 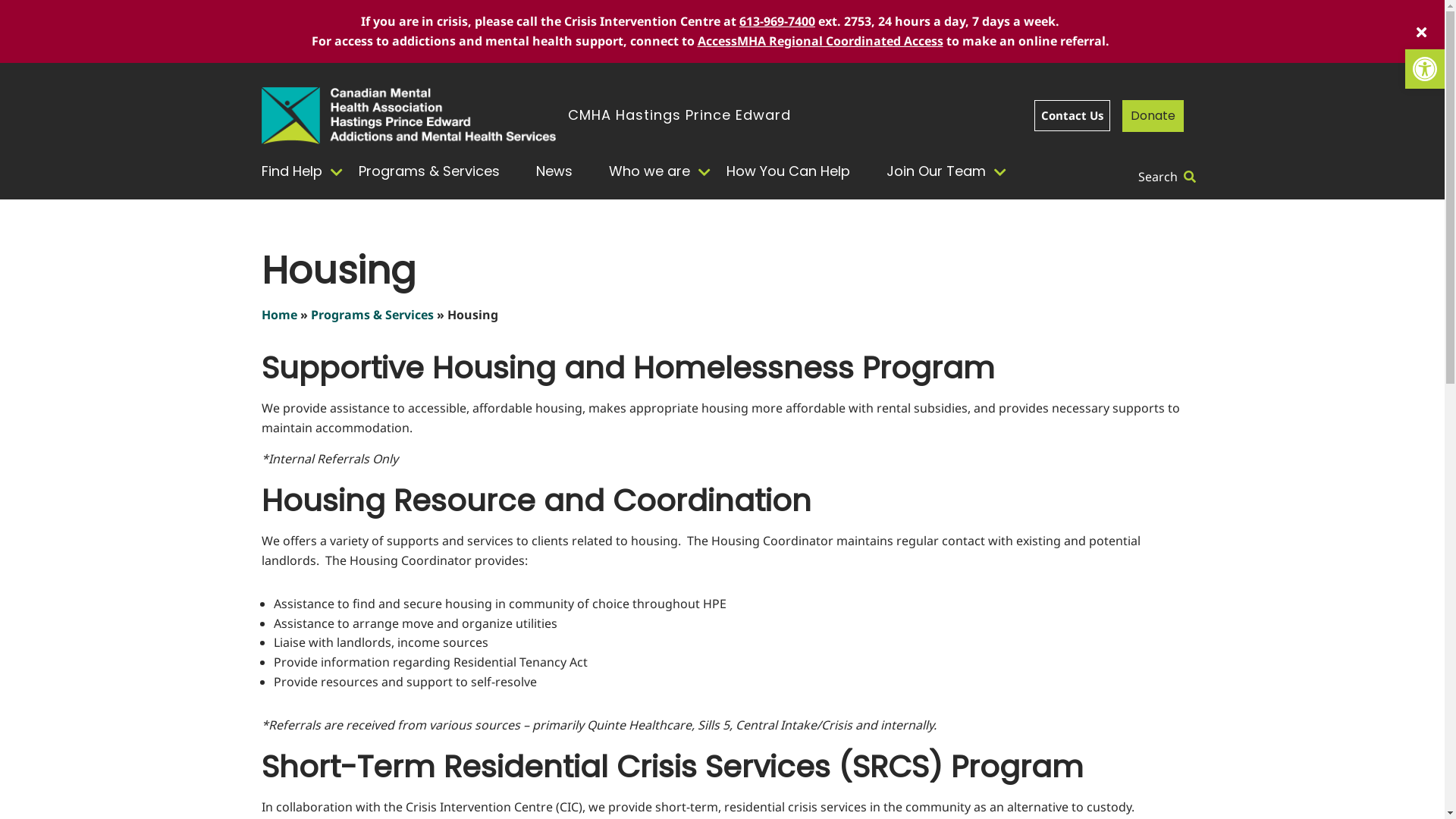 What do you see at coordinates (793, 171) in the screenshot?
I see `'How You Can Help'` at bounding box center [793, 171].